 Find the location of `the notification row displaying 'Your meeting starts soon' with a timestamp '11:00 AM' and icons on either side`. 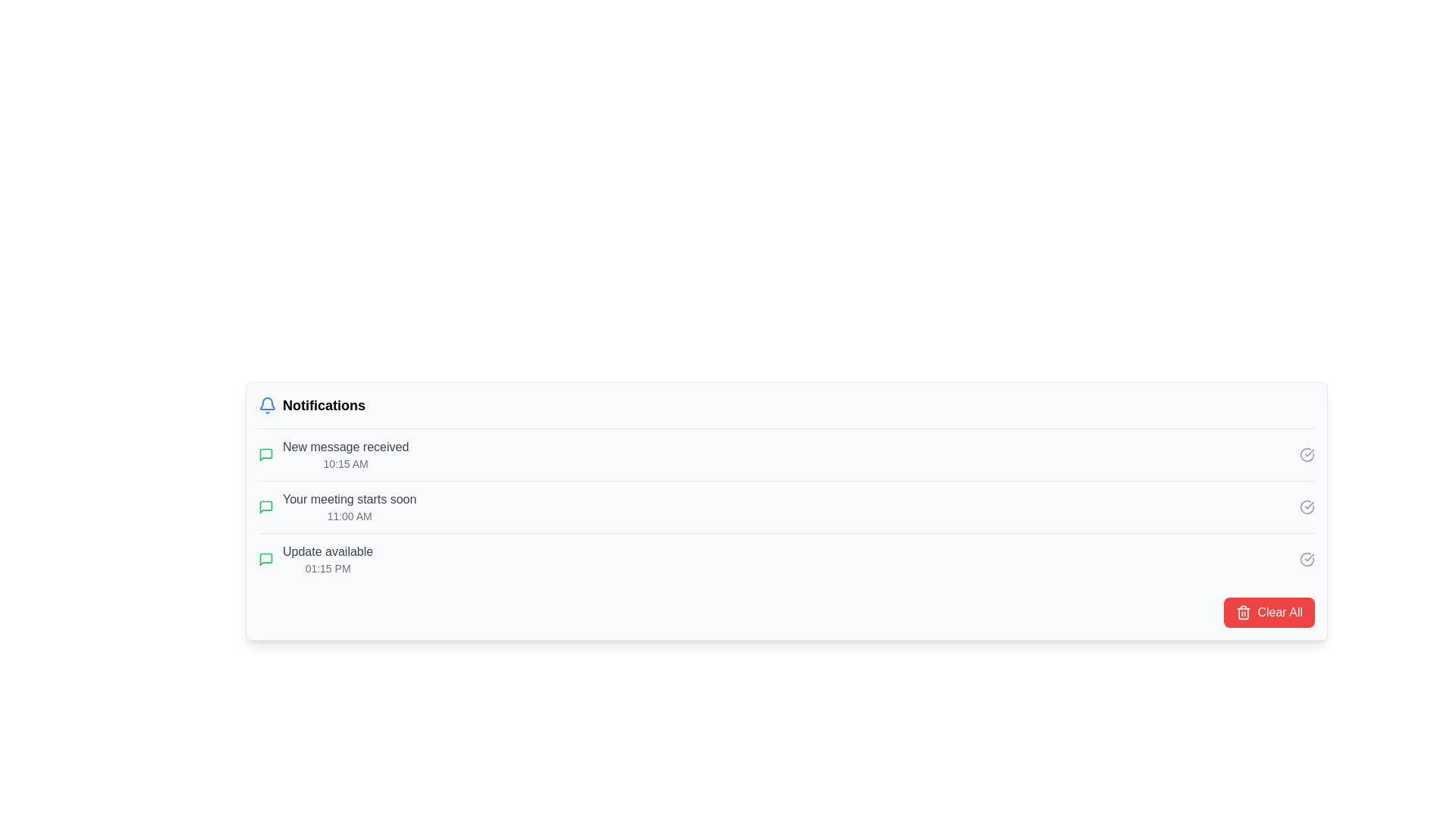

the notification row displaying 'Your meeting starts soon' with a timestamp '11:00 AM' and icons on either side is located at coordinates (786, 507).